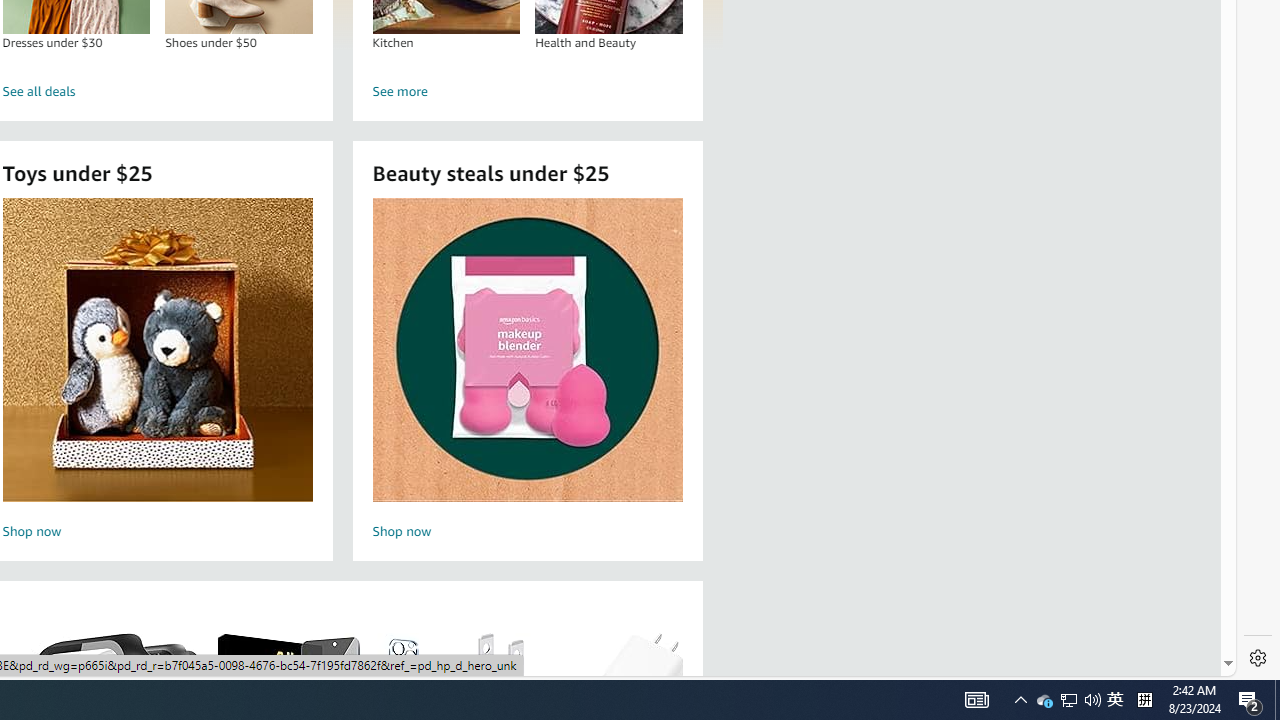 The width and height of the screenshot is (1280, 720). I want to click on 'Beauty steals under $25 Shop now', so click(527, 371).